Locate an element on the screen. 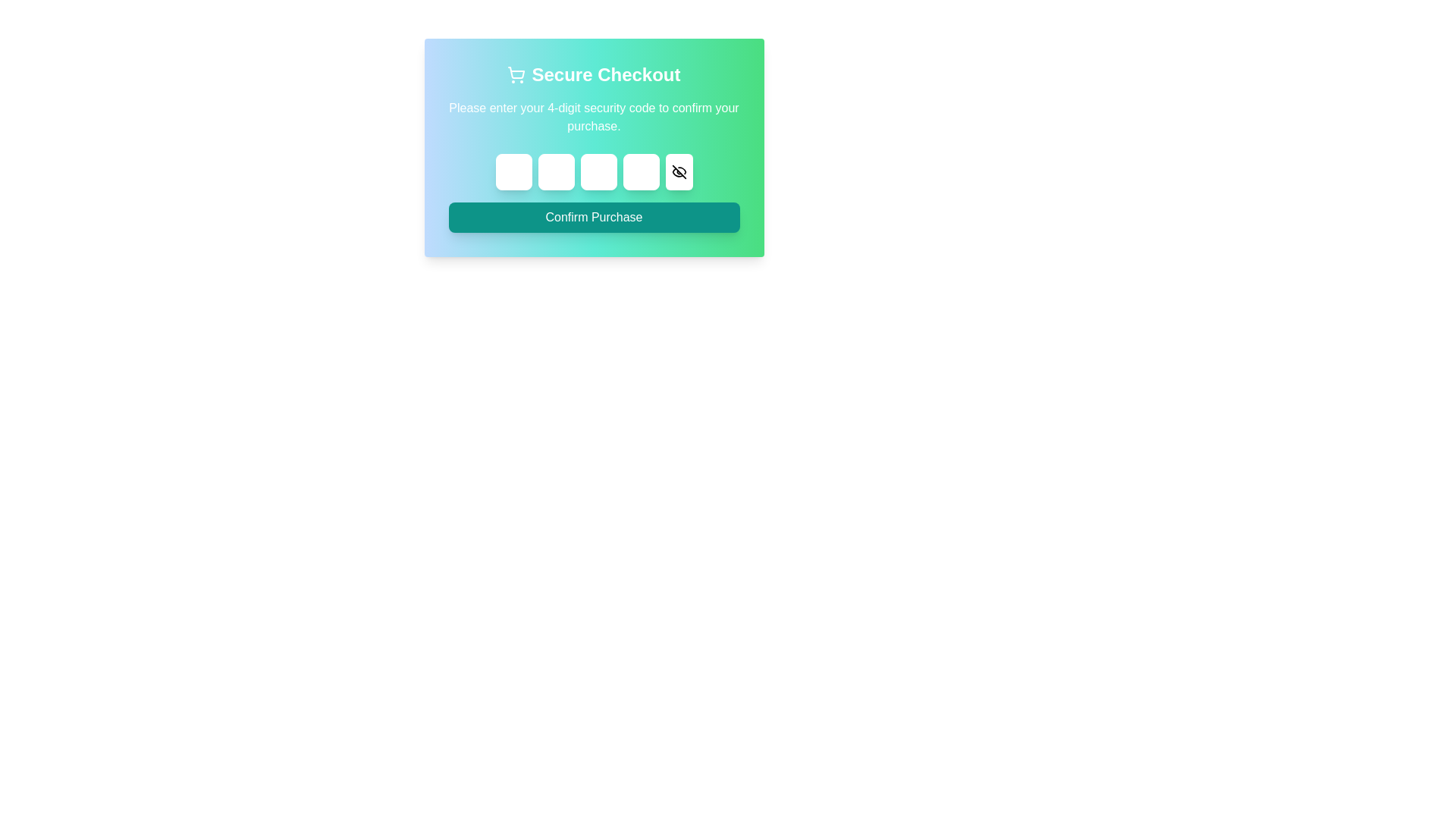 The image size is (1456, 819). the text label that instructs users to 'Please enter your 4-digit security code to confirm your purchase.', which is centered below the heading 'Secure Checkout' is located at coordinates (593, 116).